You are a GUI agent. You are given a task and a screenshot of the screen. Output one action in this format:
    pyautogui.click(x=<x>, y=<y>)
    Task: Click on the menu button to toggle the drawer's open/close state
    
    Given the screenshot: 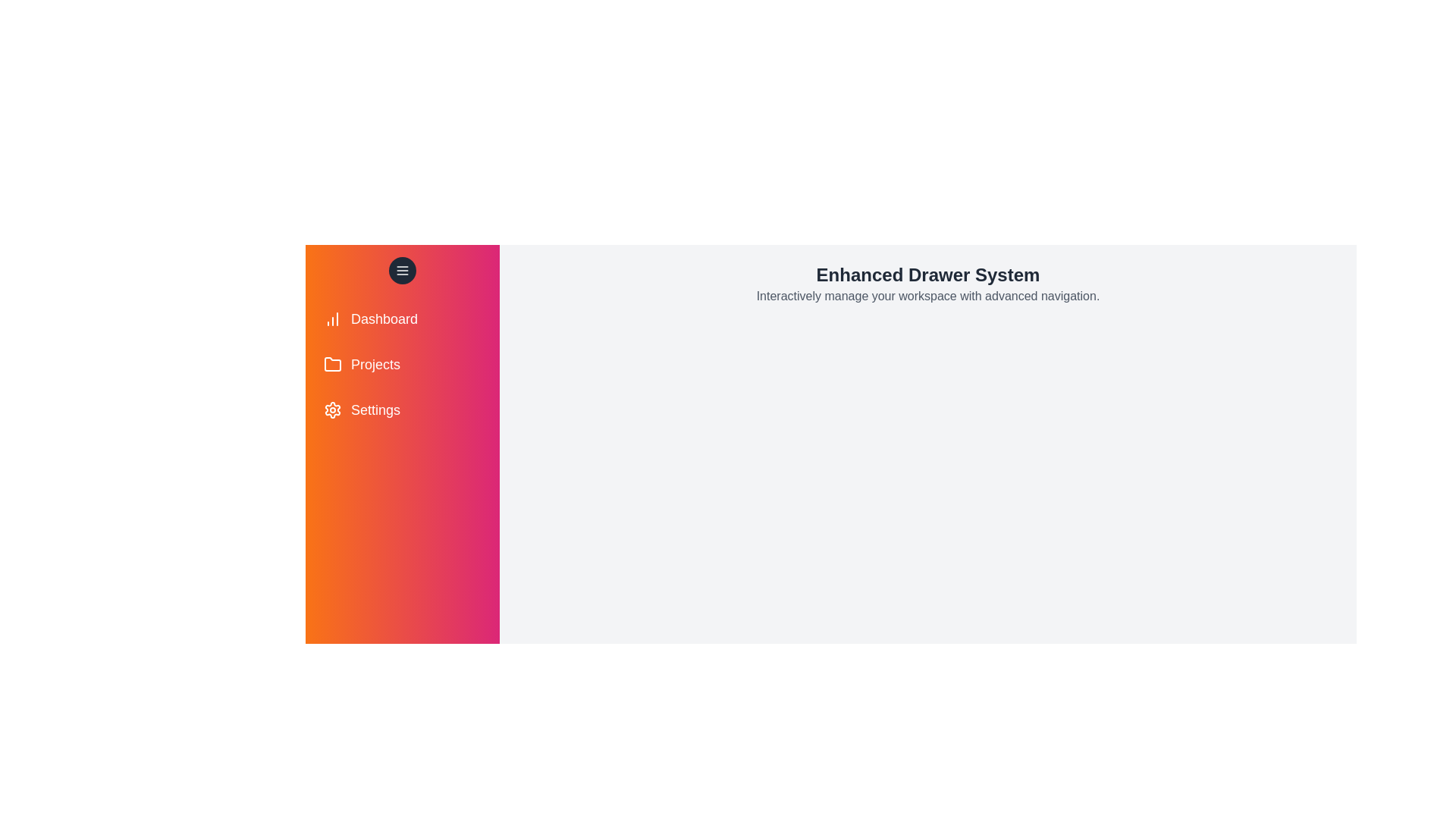 What is the action you would take?
    pyautogui.click(x=403, y=270)
    